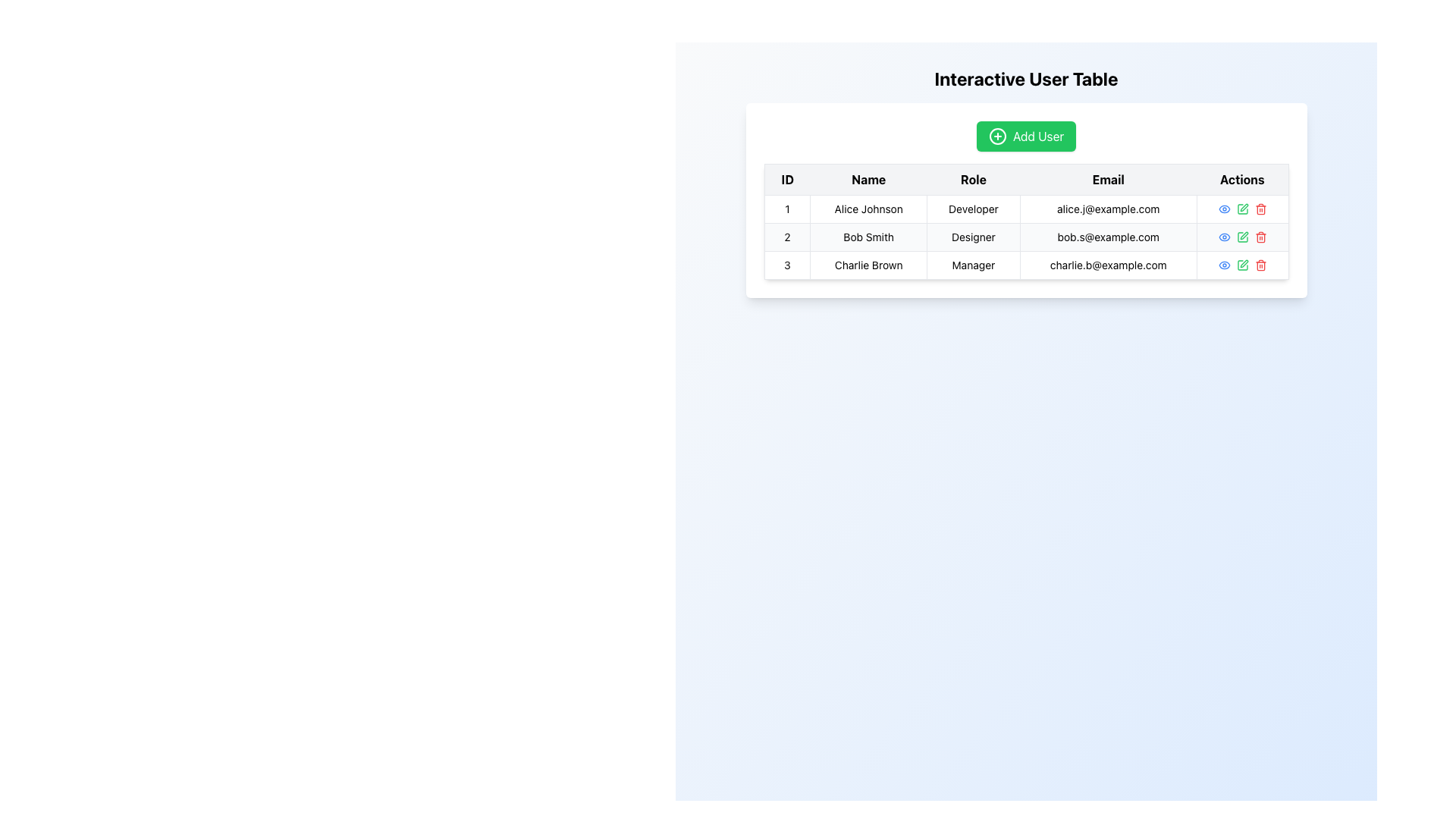 This screenshot has width=1456, height=819. Describe the element at coordinates (1260, 265) in the screenshot. I see `the delete button icon in the third row of the 'Actions' column associated with the user 'Charlie Brown'` at that location.